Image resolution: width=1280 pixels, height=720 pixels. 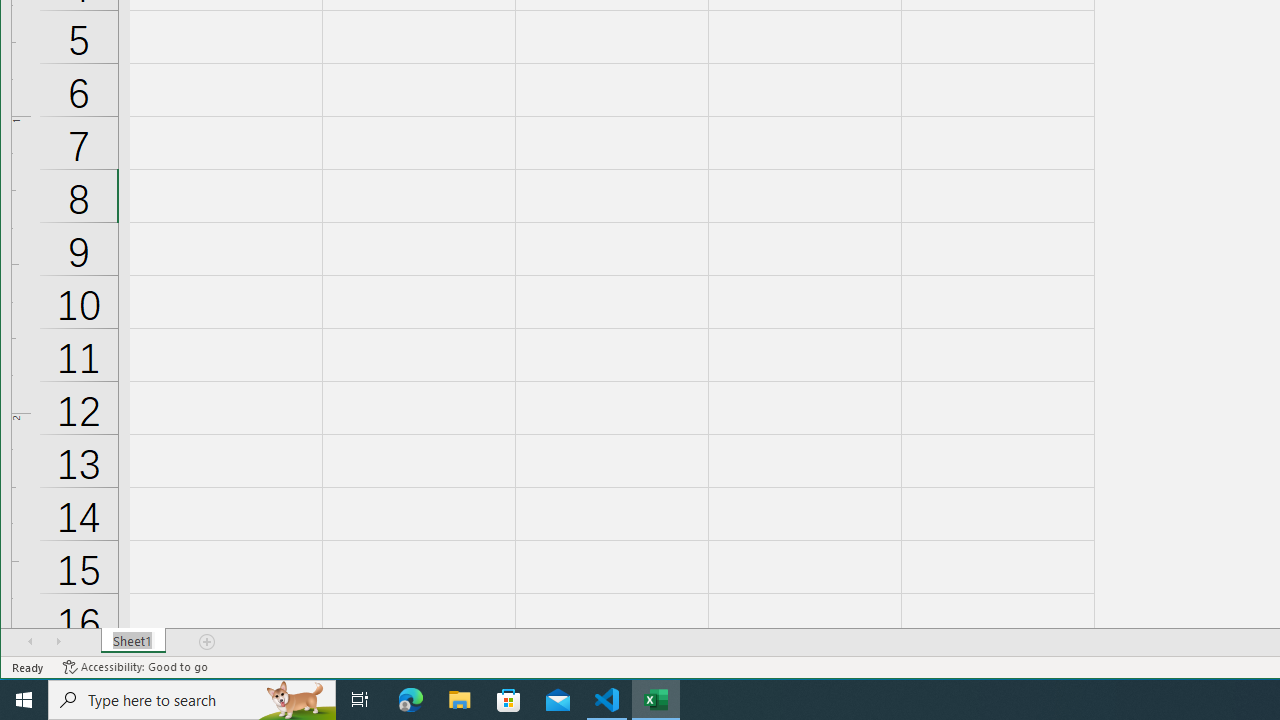 What do you see at coordinates (134, 667) in the screenshot?
I see `'Accessibility Checker Accessibility: Good to go'` at bounding box center [134, 667].